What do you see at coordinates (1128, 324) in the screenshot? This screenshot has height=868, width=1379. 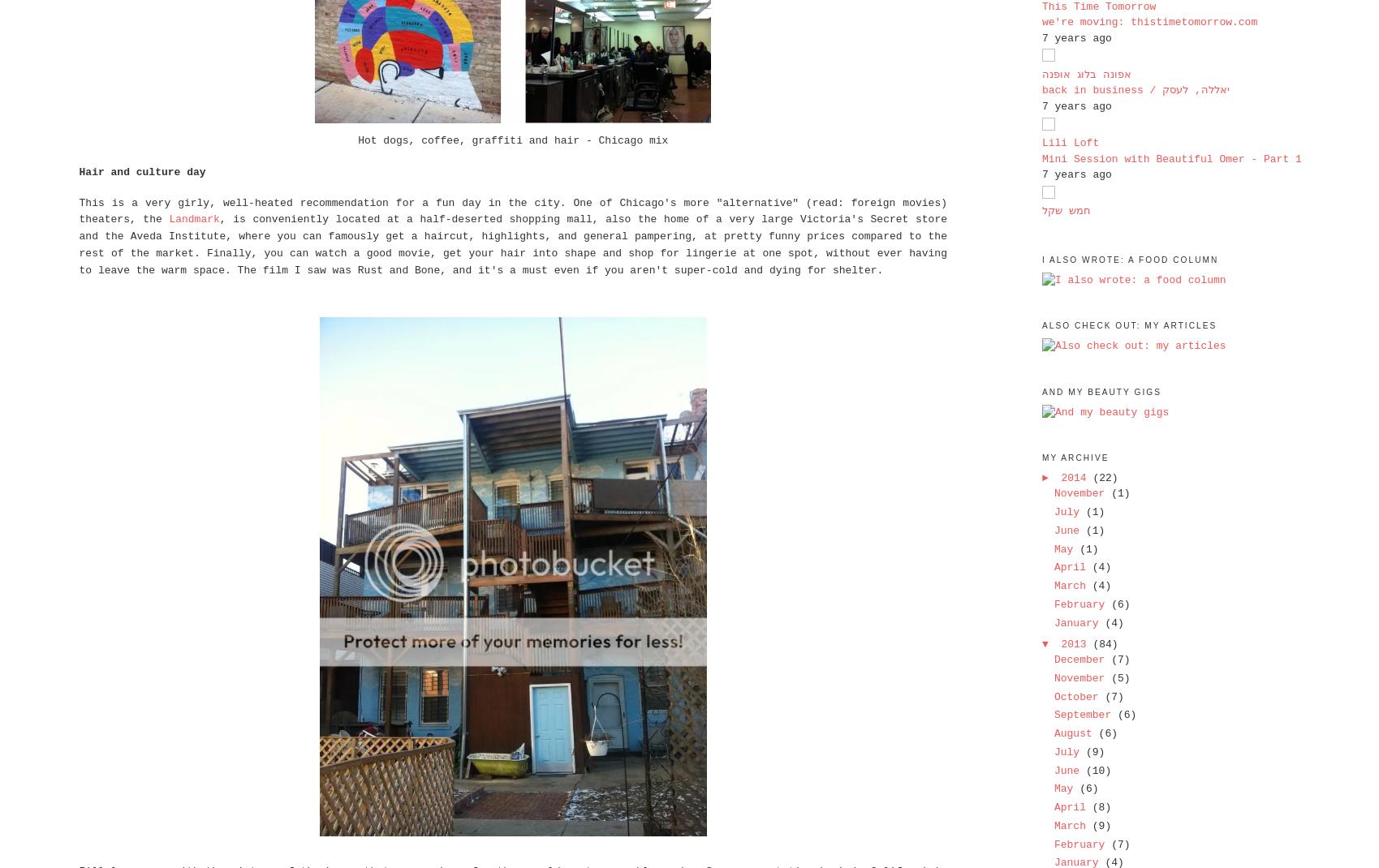 I see `'Also check out: my articles'` at bounding box center [1128, 324].